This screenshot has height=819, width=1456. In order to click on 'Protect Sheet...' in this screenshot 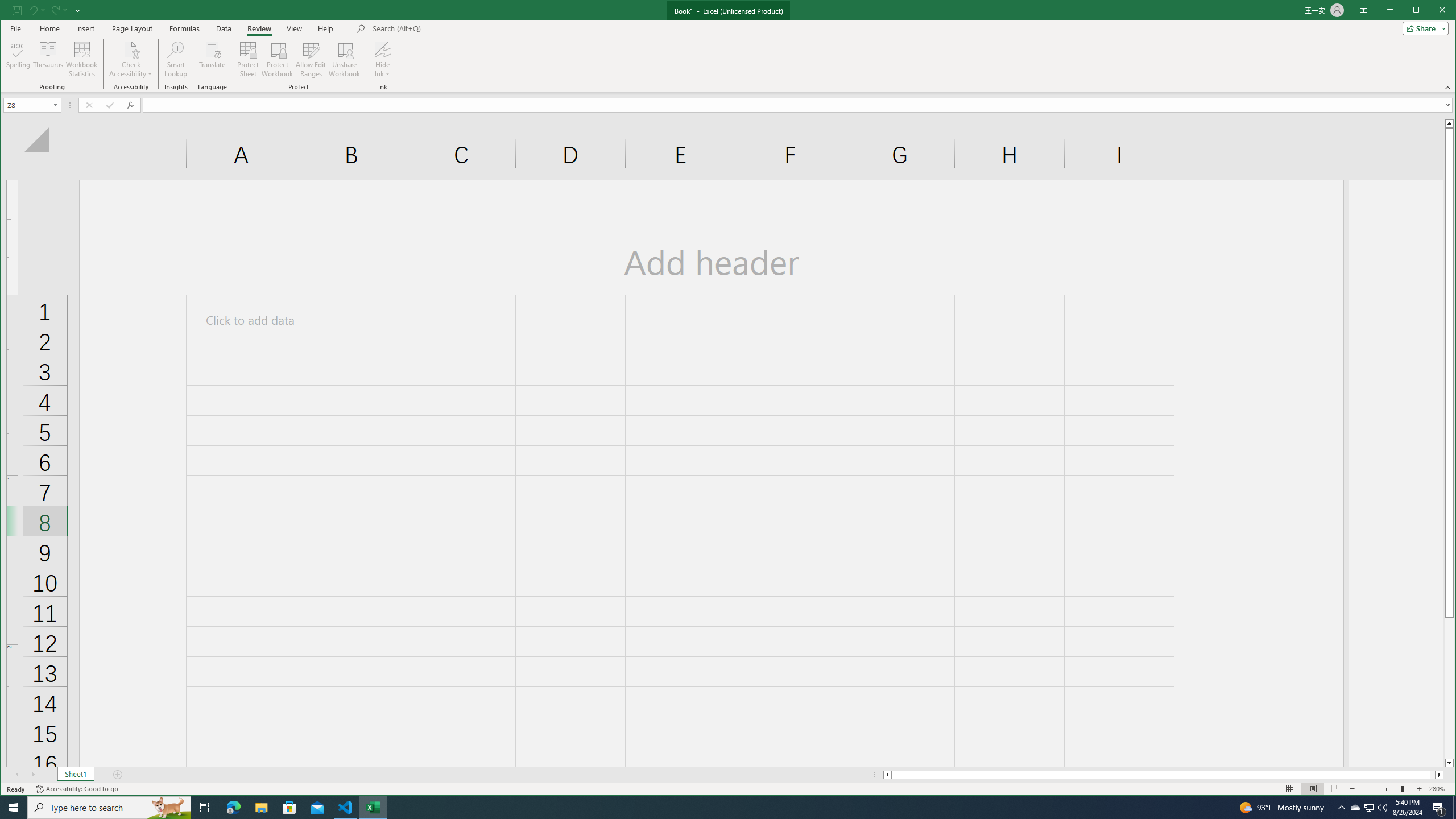, I will do `click(248, 59)`.